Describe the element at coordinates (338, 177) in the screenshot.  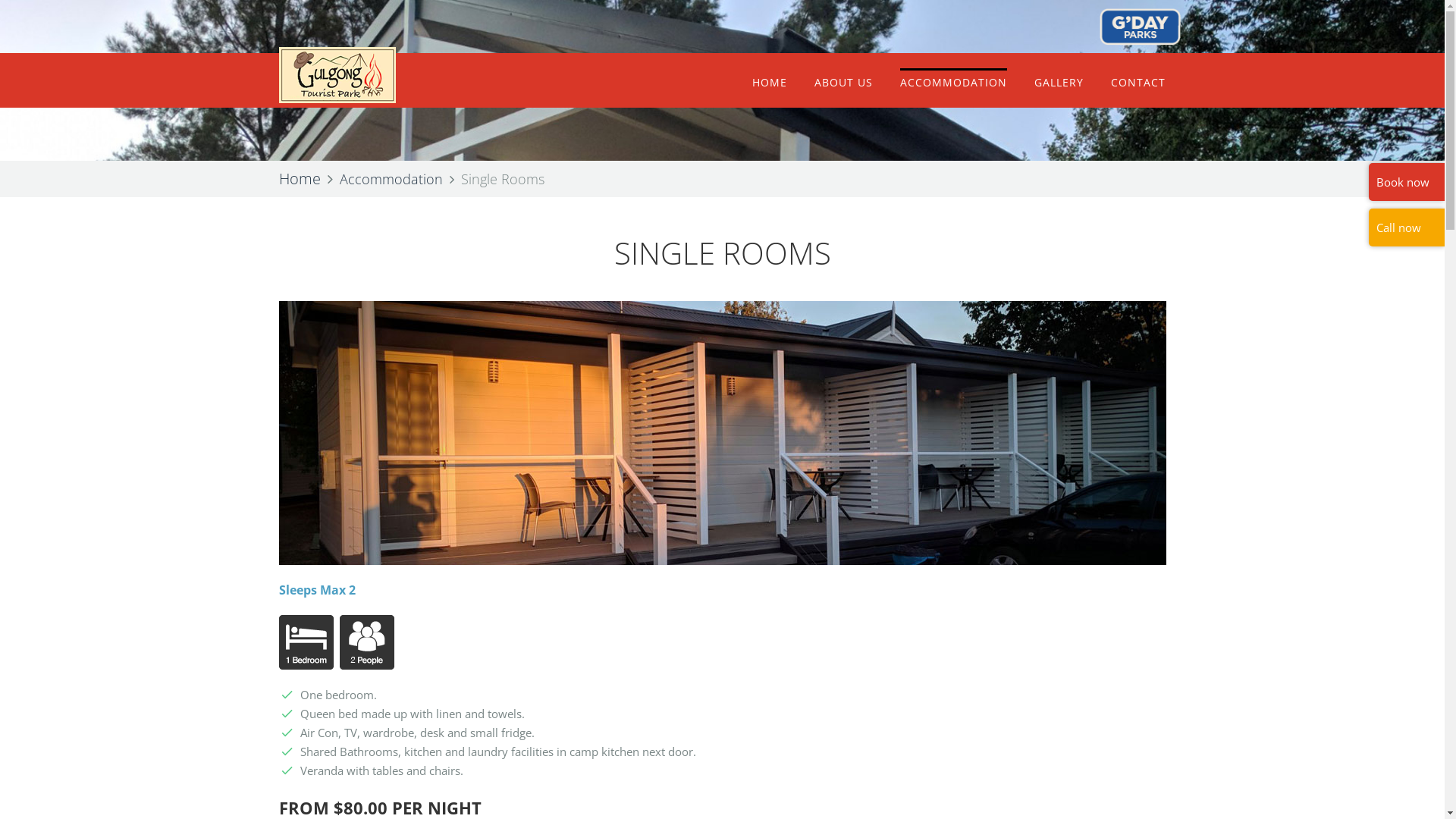
I see `'Accommodation'` at that location.